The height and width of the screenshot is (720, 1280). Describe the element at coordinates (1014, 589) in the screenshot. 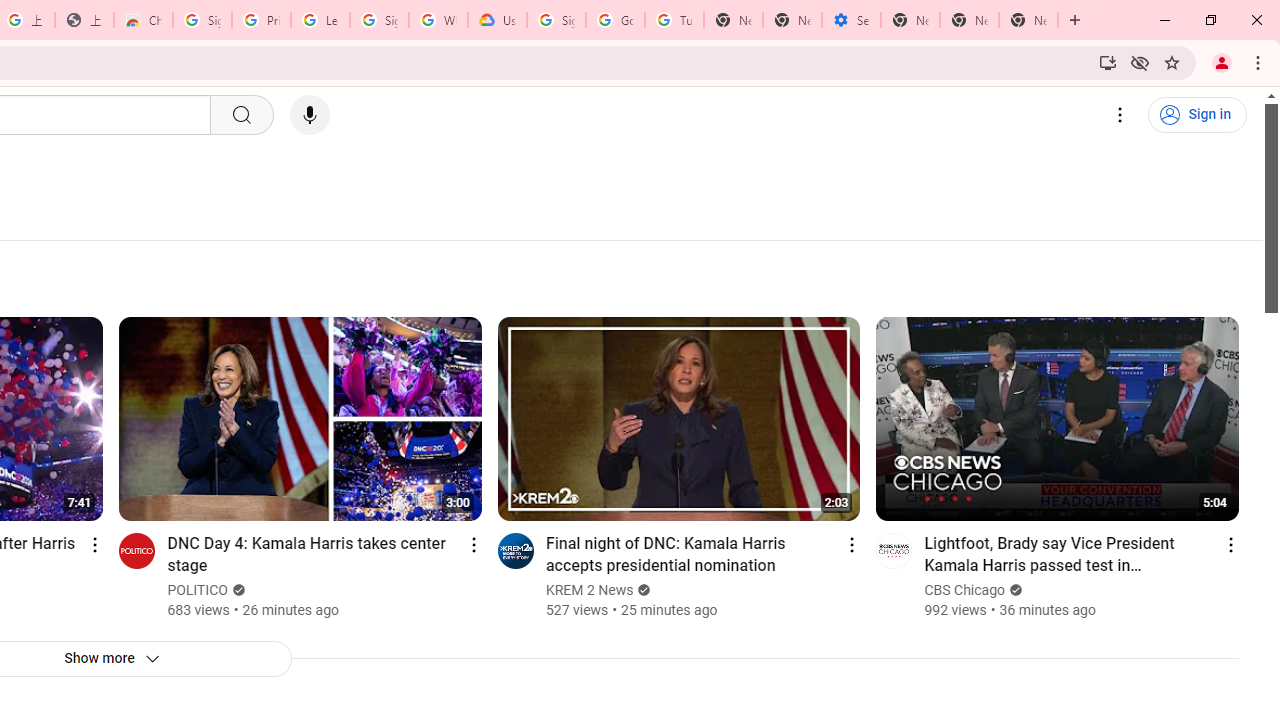

I see `'Verified'` at that location.